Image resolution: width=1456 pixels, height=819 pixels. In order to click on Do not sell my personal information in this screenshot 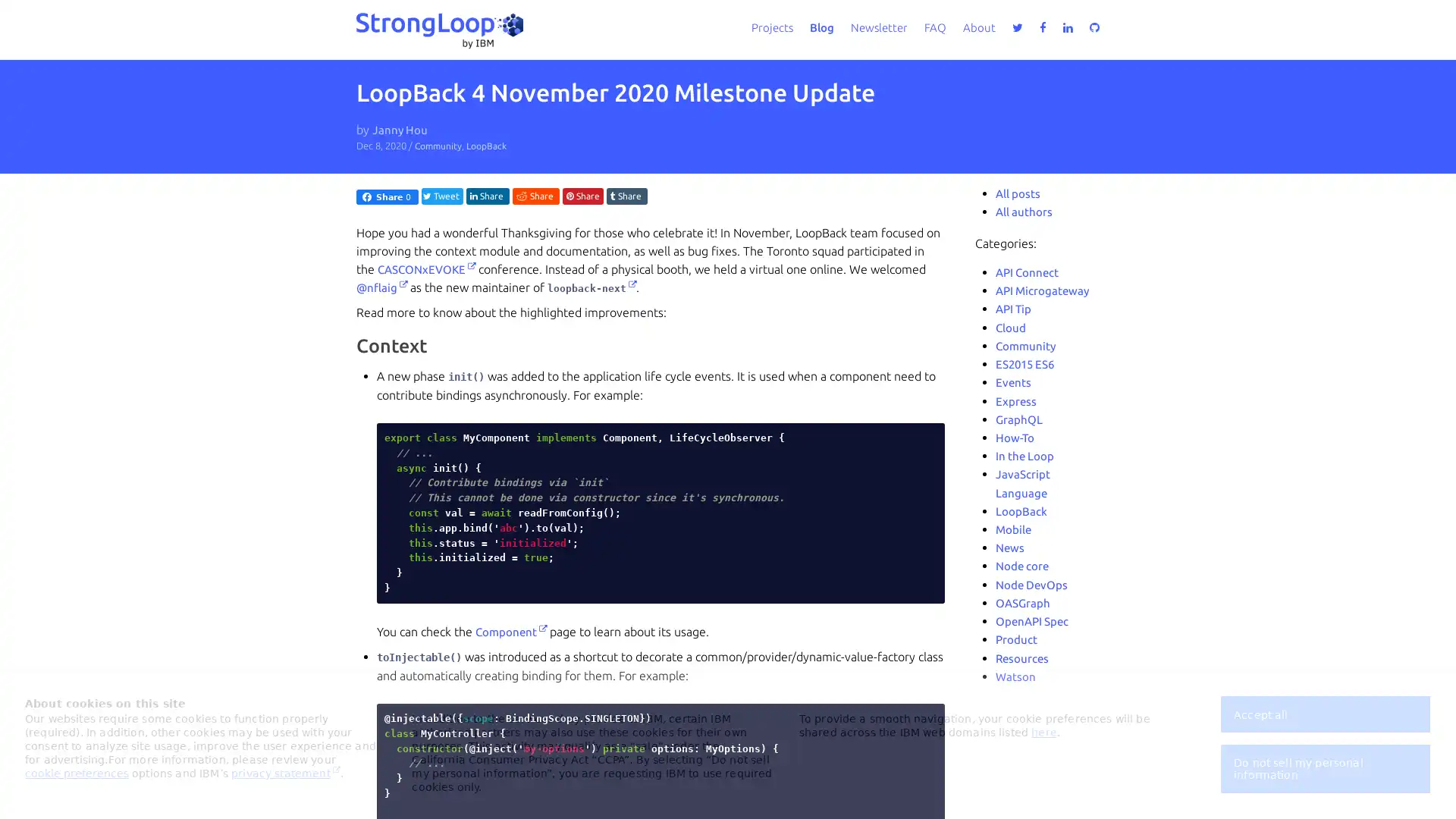, I will do `click(1333, 769)`.